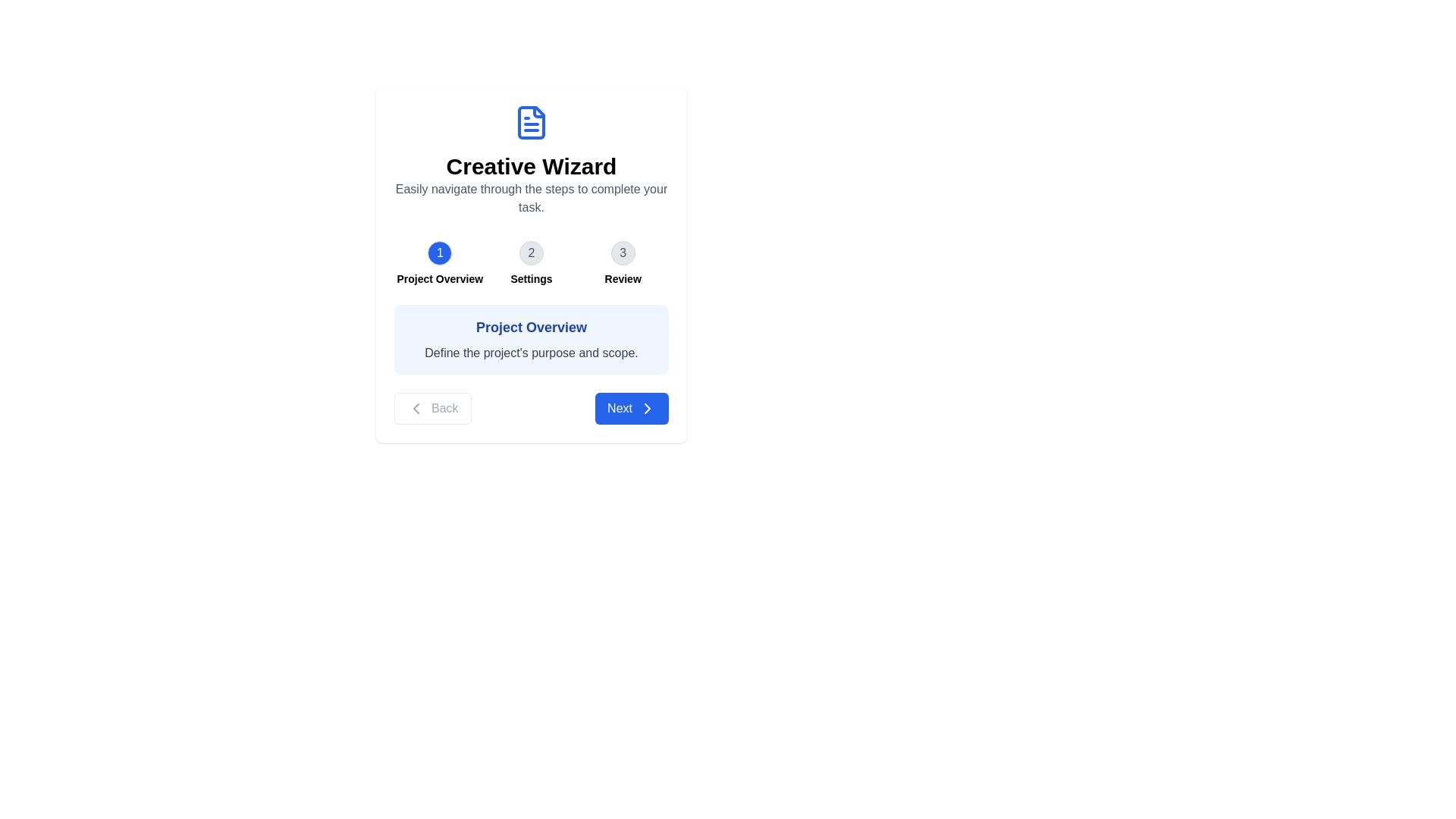  What do you see at coordinates (623, 262) in the screenshot?
I see `the third step indicator in the horizontal sequence` at bounding box center [623, 262].